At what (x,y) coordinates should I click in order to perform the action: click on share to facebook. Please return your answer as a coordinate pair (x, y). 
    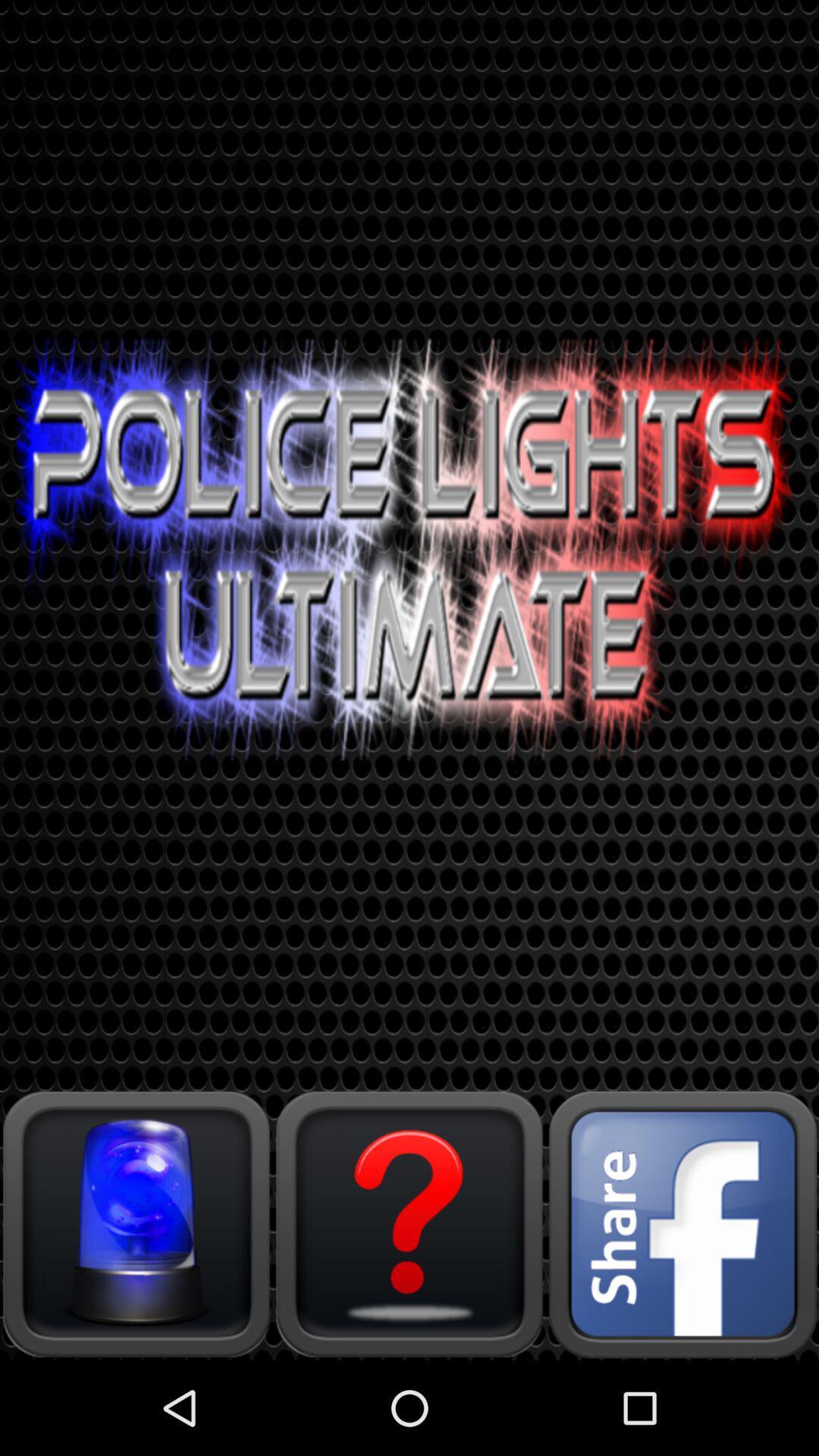
    Looking at the image, I should click on (681, 1223).